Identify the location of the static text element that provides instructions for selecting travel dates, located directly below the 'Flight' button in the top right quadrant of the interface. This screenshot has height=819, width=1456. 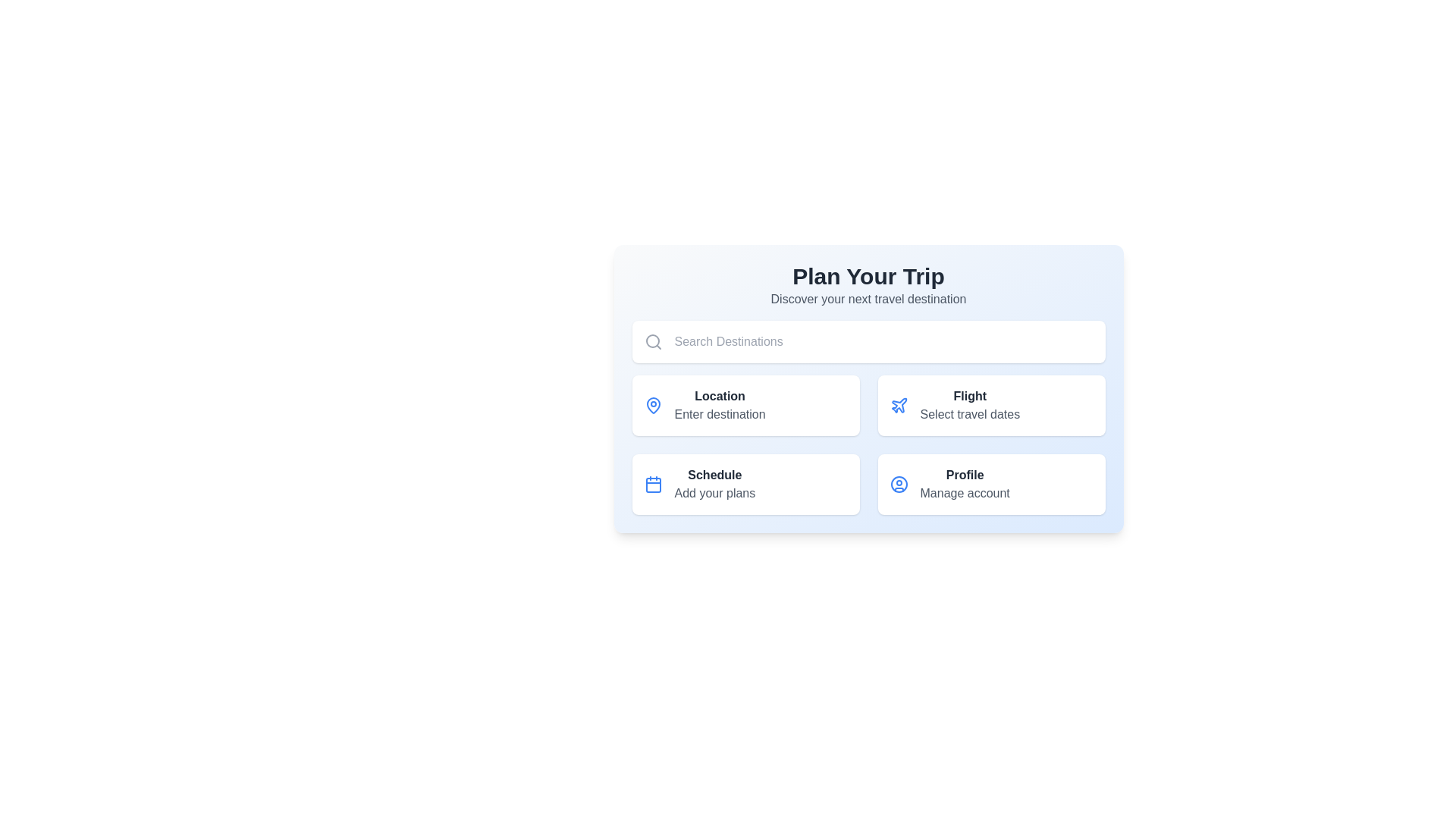
(969, 415).